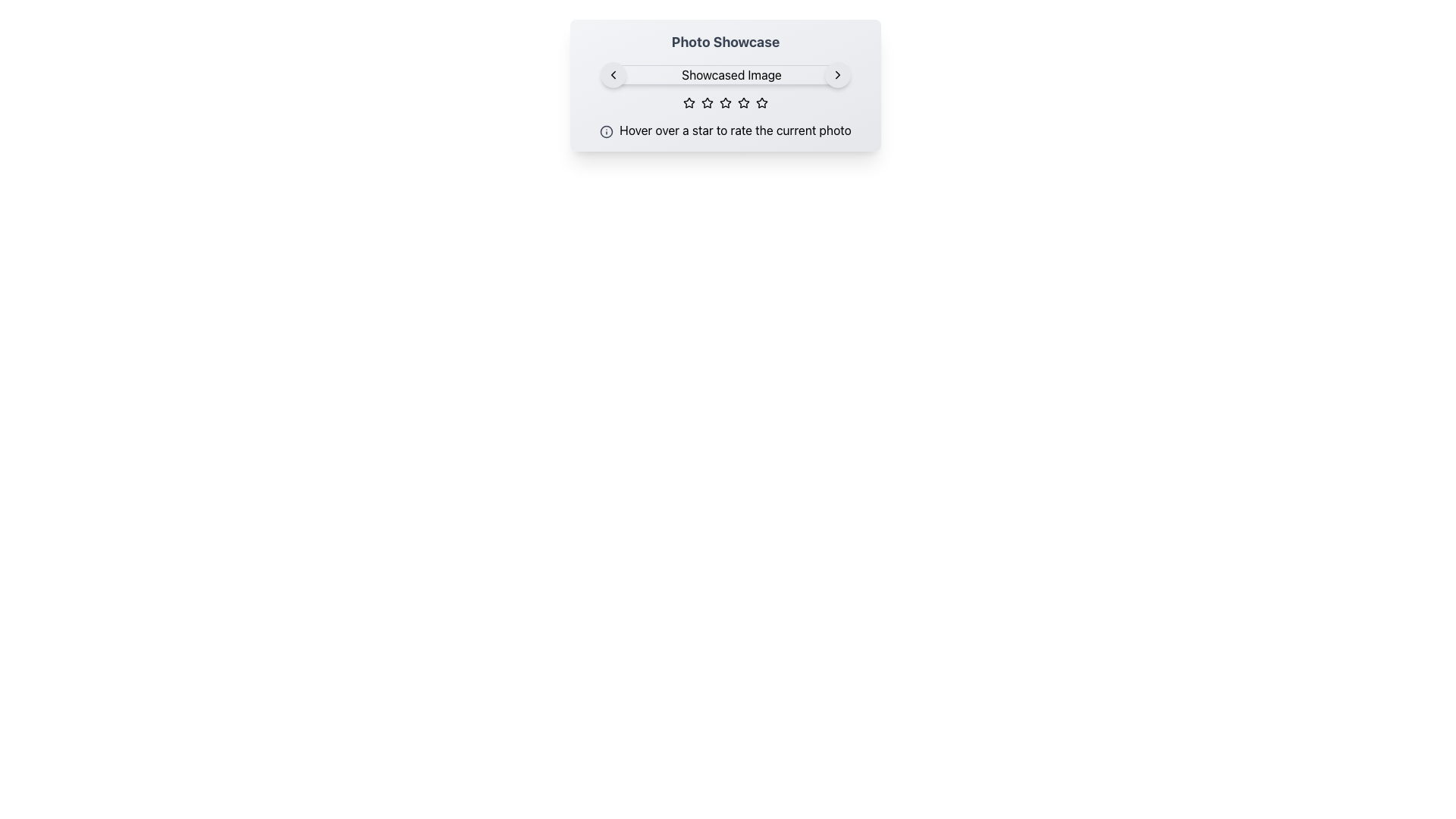 This screenshot has width=1456, height=819. Describe the element at coordinates (836, 75) in the screenshot. I see `the chevron icon within the gray circular button located at the far right of the 'Showcased Image' box` at that location.